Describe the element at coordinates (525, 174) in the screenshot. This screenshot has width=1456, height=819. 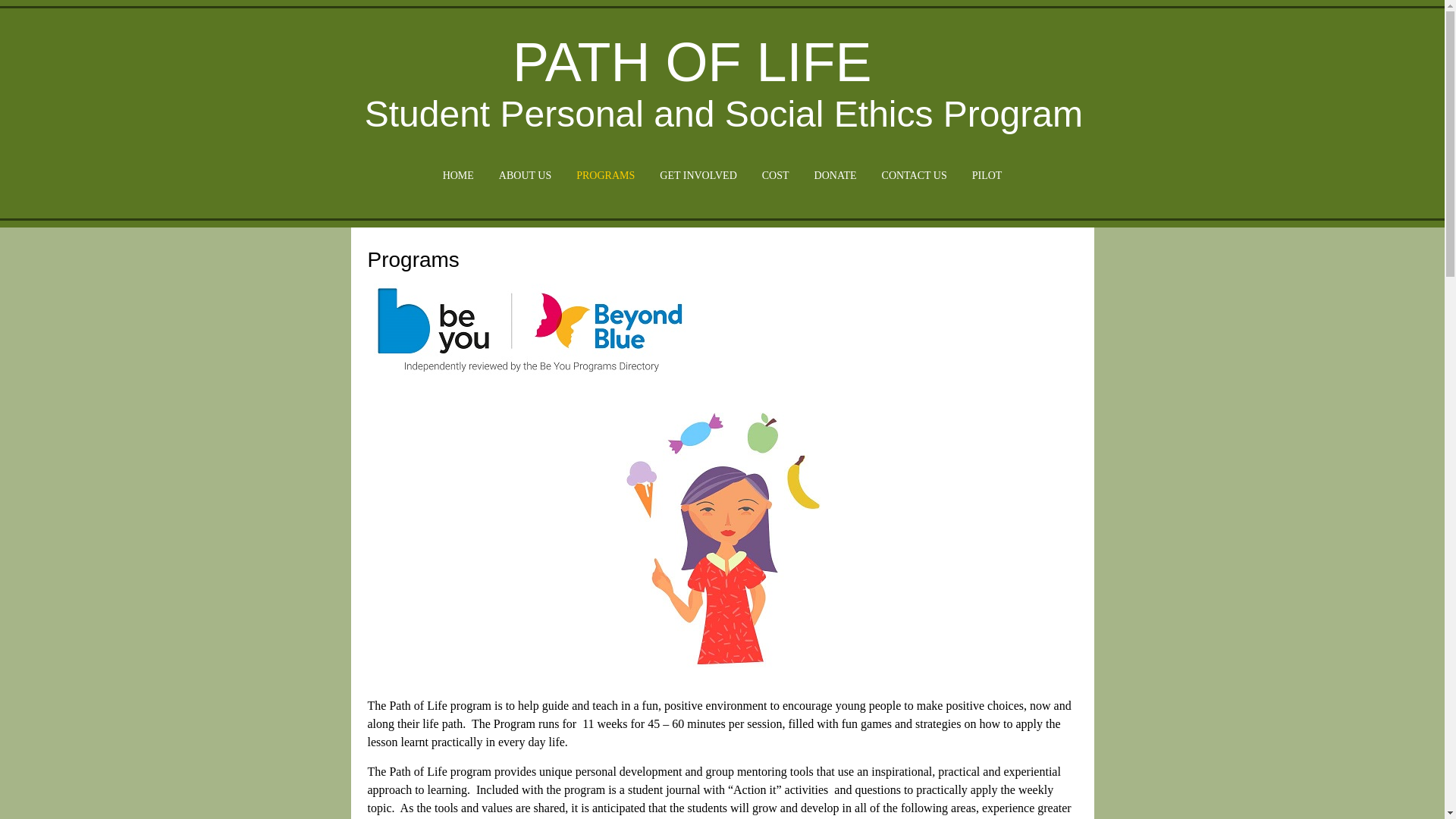
I see `'ABOUT US'` at that location.